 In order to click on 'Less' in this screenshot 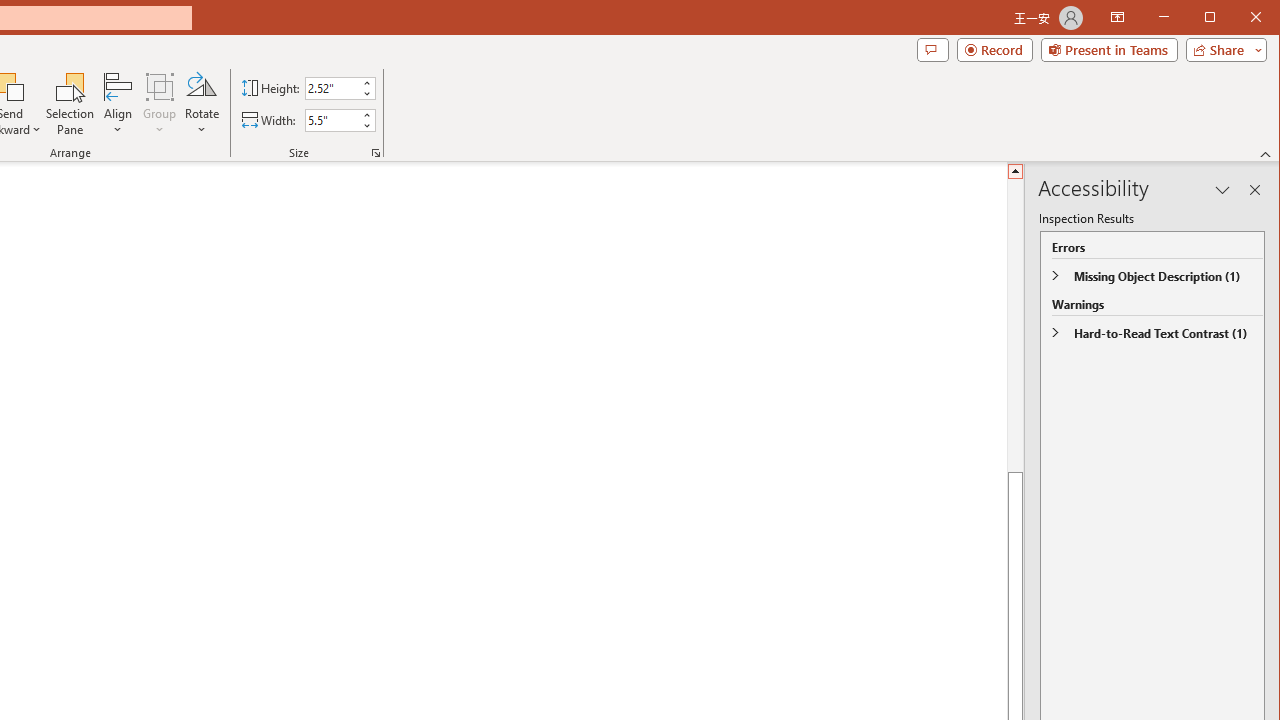, I will do `click(366, 125)`.